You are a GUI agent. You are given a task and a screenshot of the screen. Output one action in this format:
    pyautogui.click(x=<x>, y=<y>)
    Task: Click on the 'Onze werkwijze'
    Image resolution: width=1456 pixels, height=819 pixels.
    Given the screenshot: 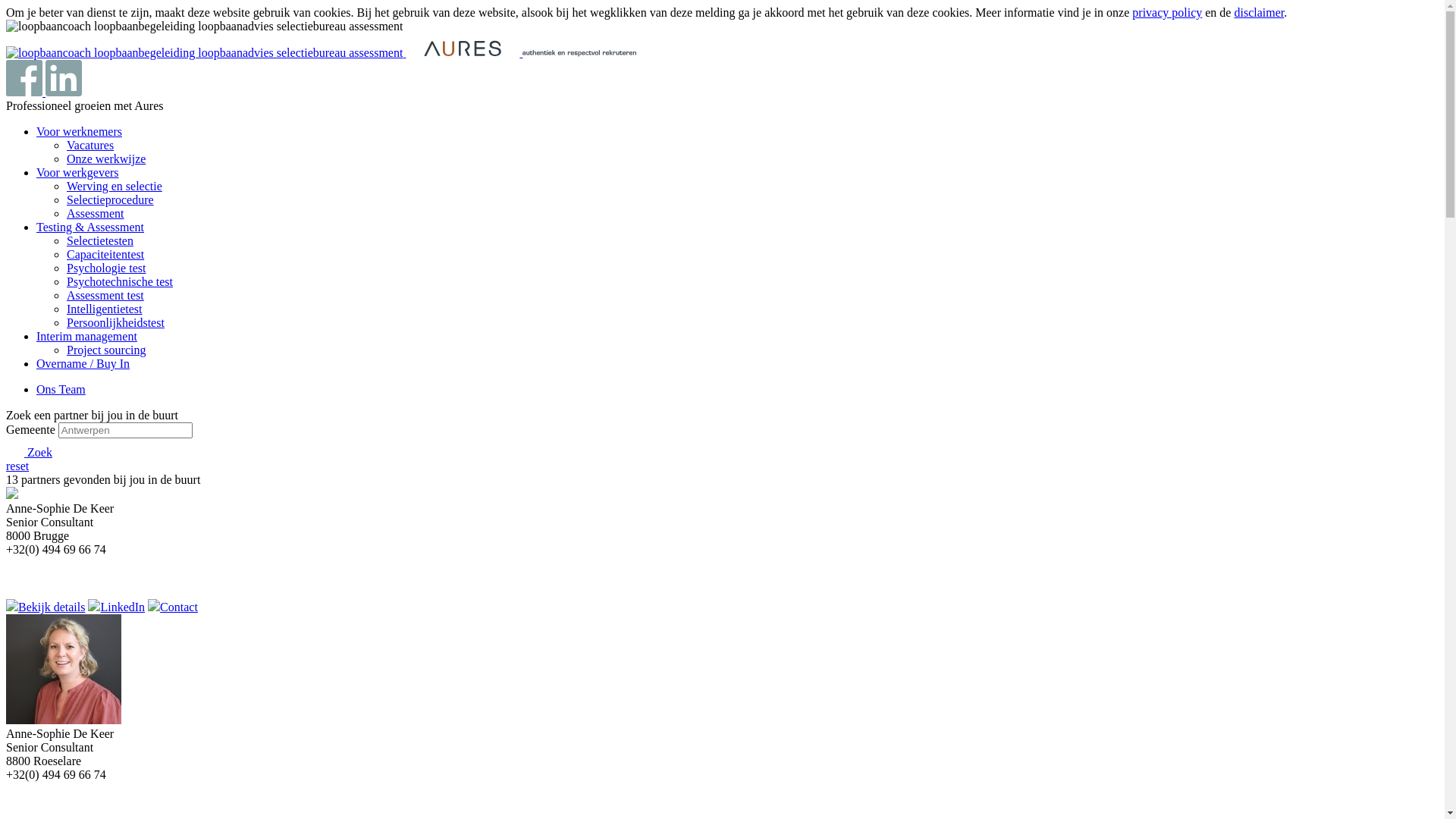 What is the action you would take?
    pyautogui.click(x=105, y=158)
    